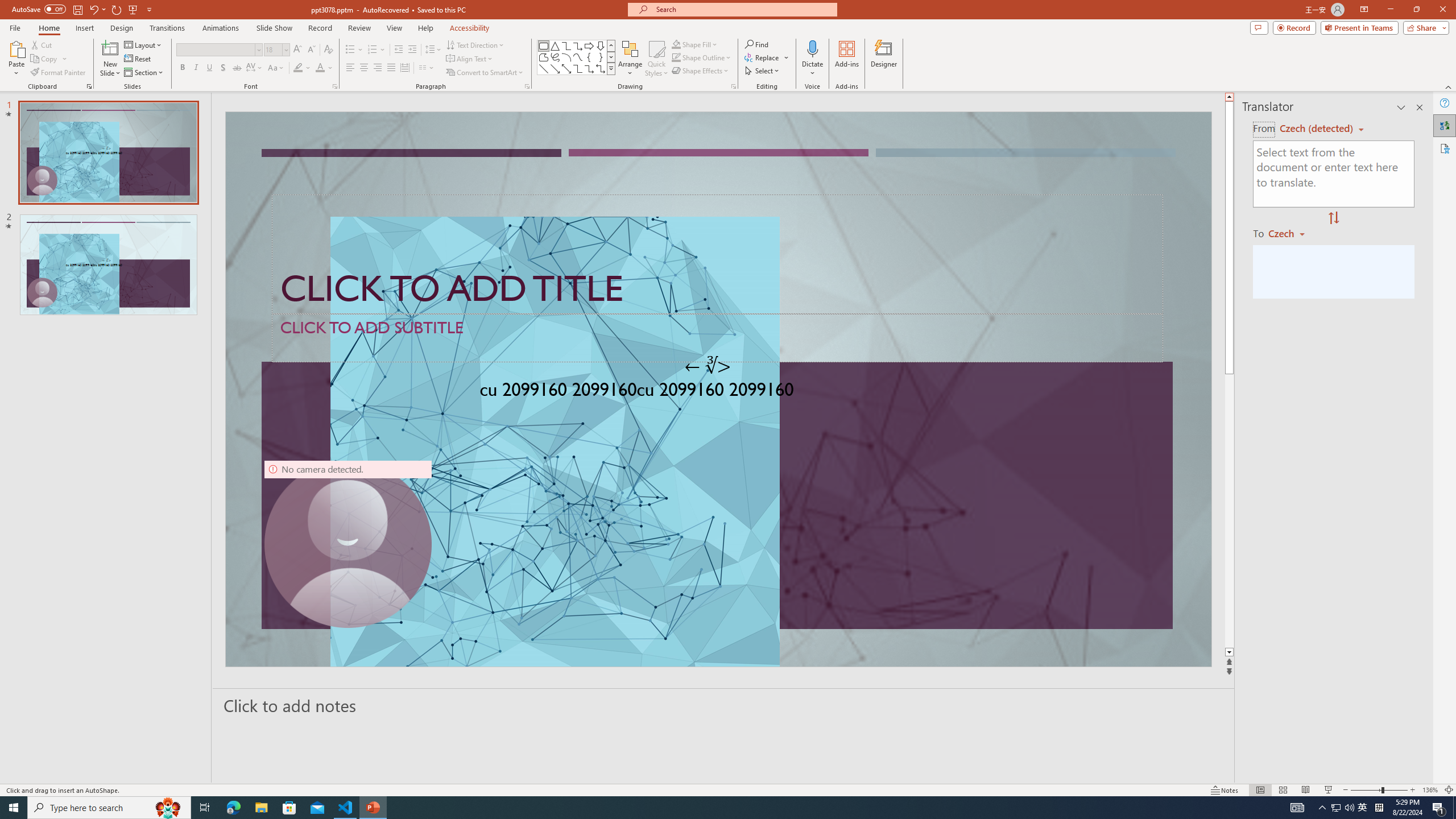 This screenshot has height=819, width=1456. I want to click on 'TextBox 7', so click(708, 366).